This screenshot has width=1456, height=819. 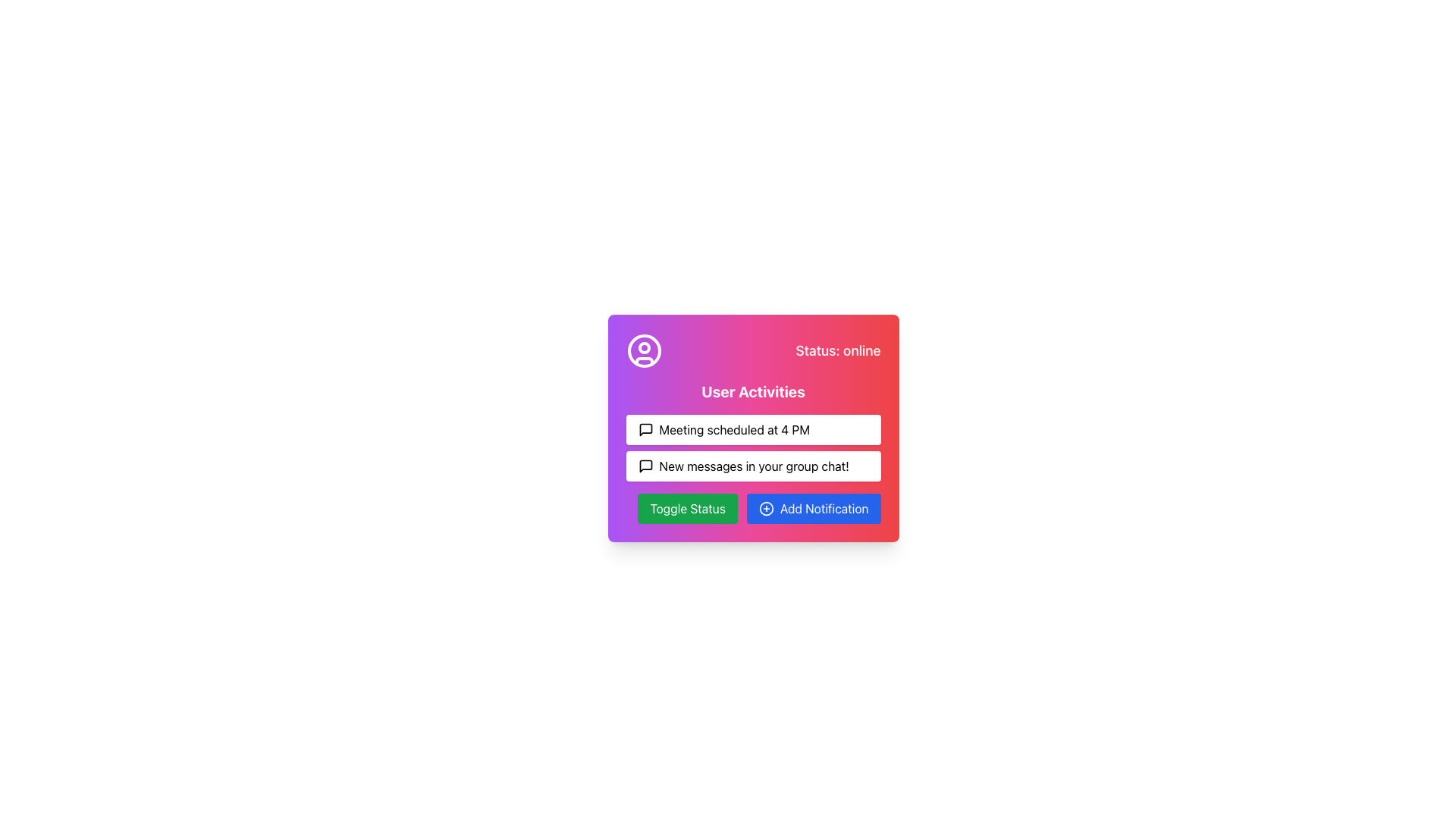 What do you see at coordinates (753, 447) in the screenshot?
I see `text from the notification card displaying 'Meeting scheduled at 4 PM' and 'New messages in your group chat!'` at bounding box center [753, 447].